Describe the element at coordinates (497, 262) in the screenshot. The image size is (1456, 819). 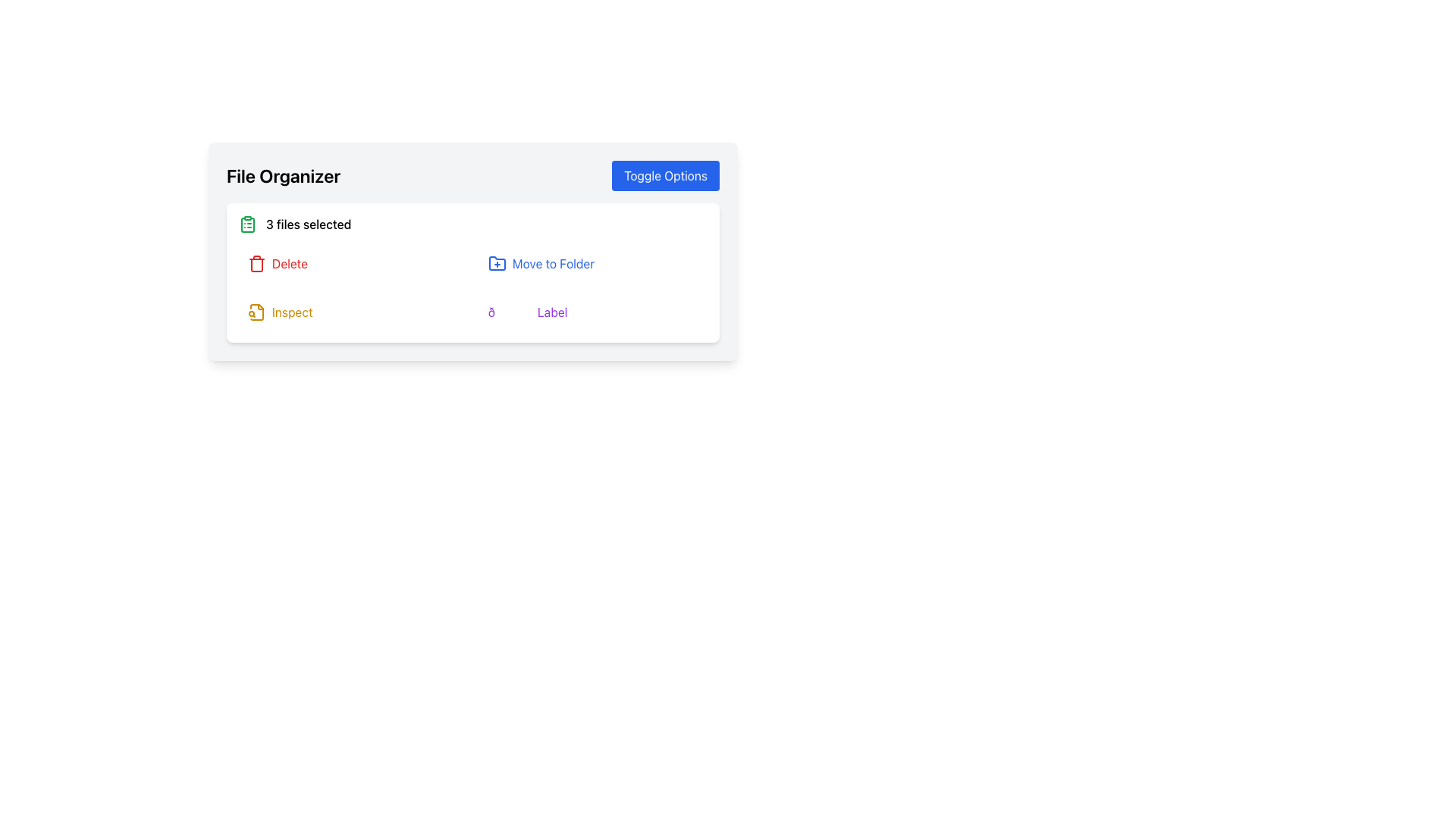
I see `the background of the third folder icon in the second row of the grid, which has a blue outline and is located next to the 'Delete' icon and text` at that location.